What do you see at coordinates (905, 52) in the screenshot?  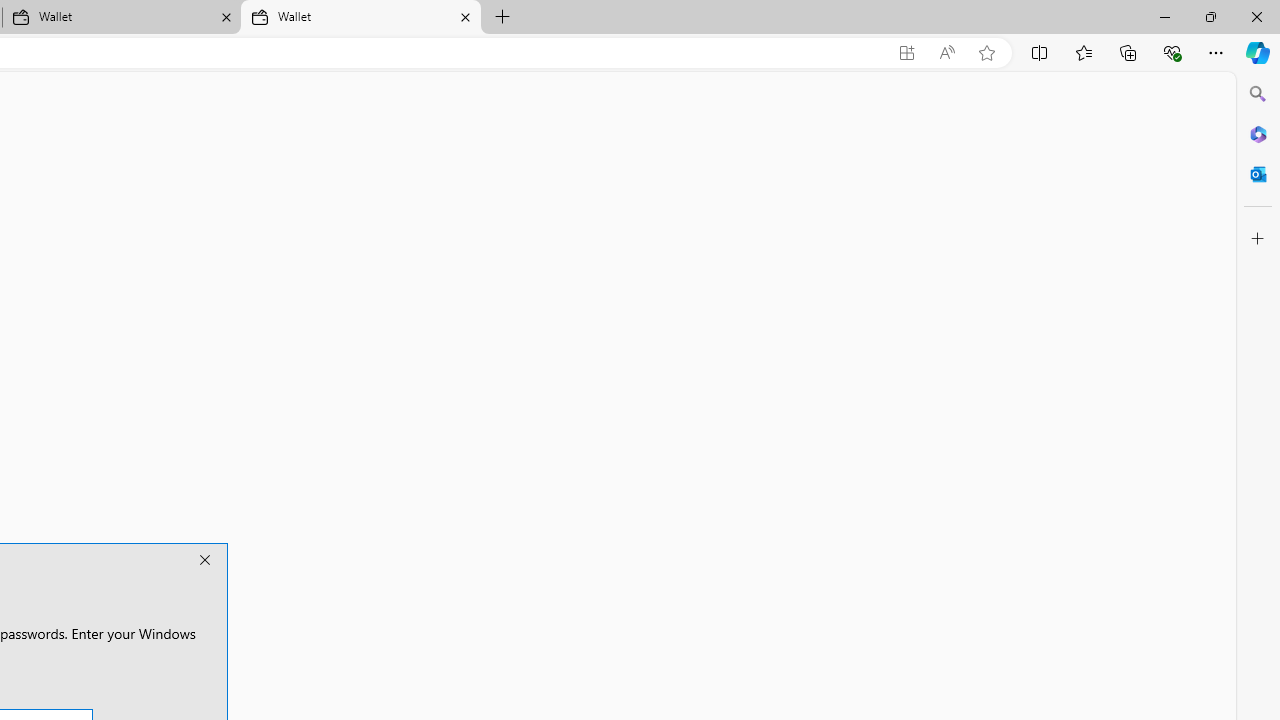 I see `'App available. Install Microsoft Wallet'` at bounding box center [905, 52].